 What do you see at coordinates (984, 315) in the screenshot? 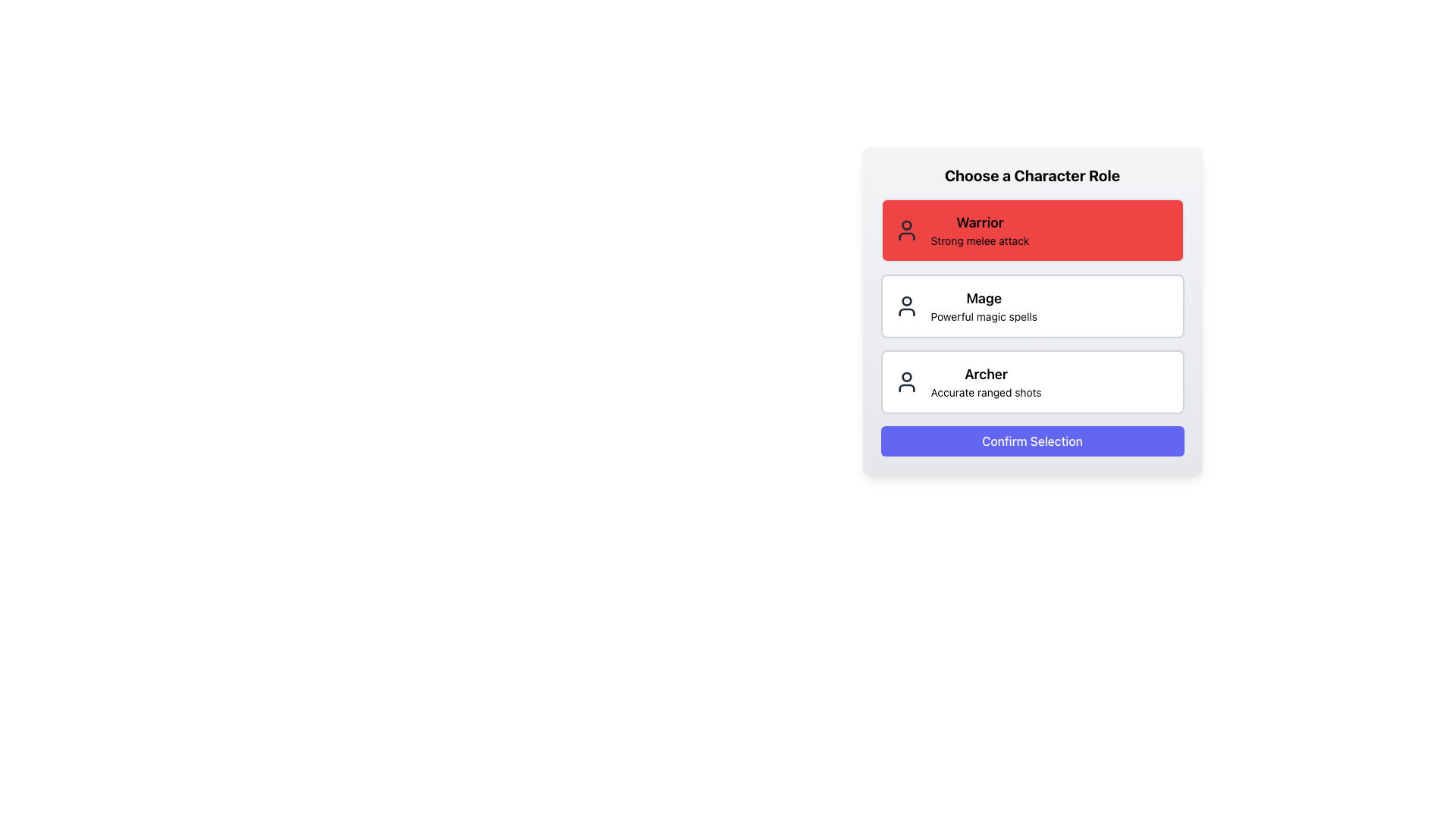
I see `the text label reading 'Powerful magic spells' located below the 'Mage' label in the selection card for 'Mage'` at bounding box center [984, 315].